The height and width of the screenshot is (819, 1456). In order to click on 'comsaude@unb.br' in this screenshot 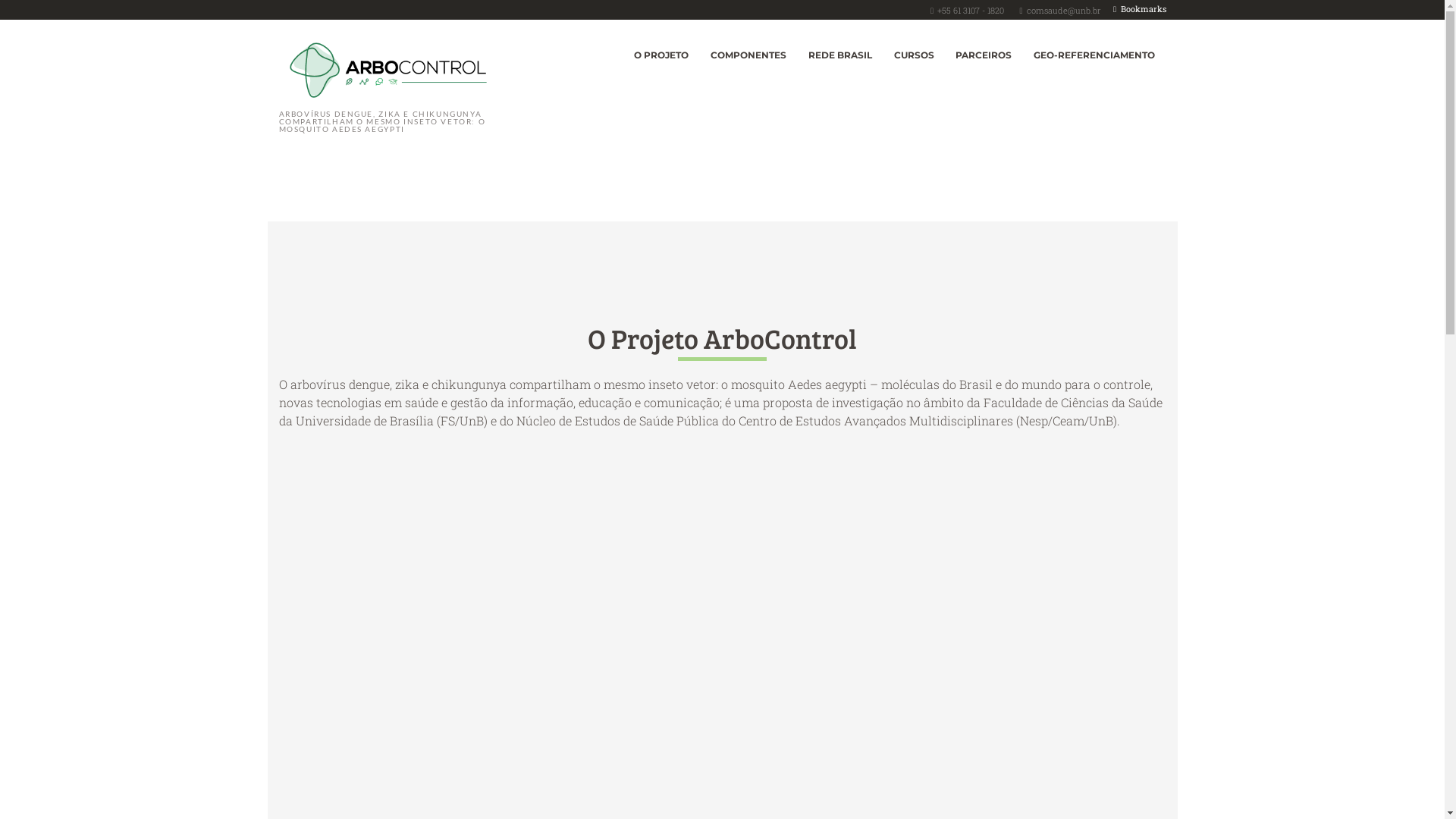, I will do `click(1026, 10)`.